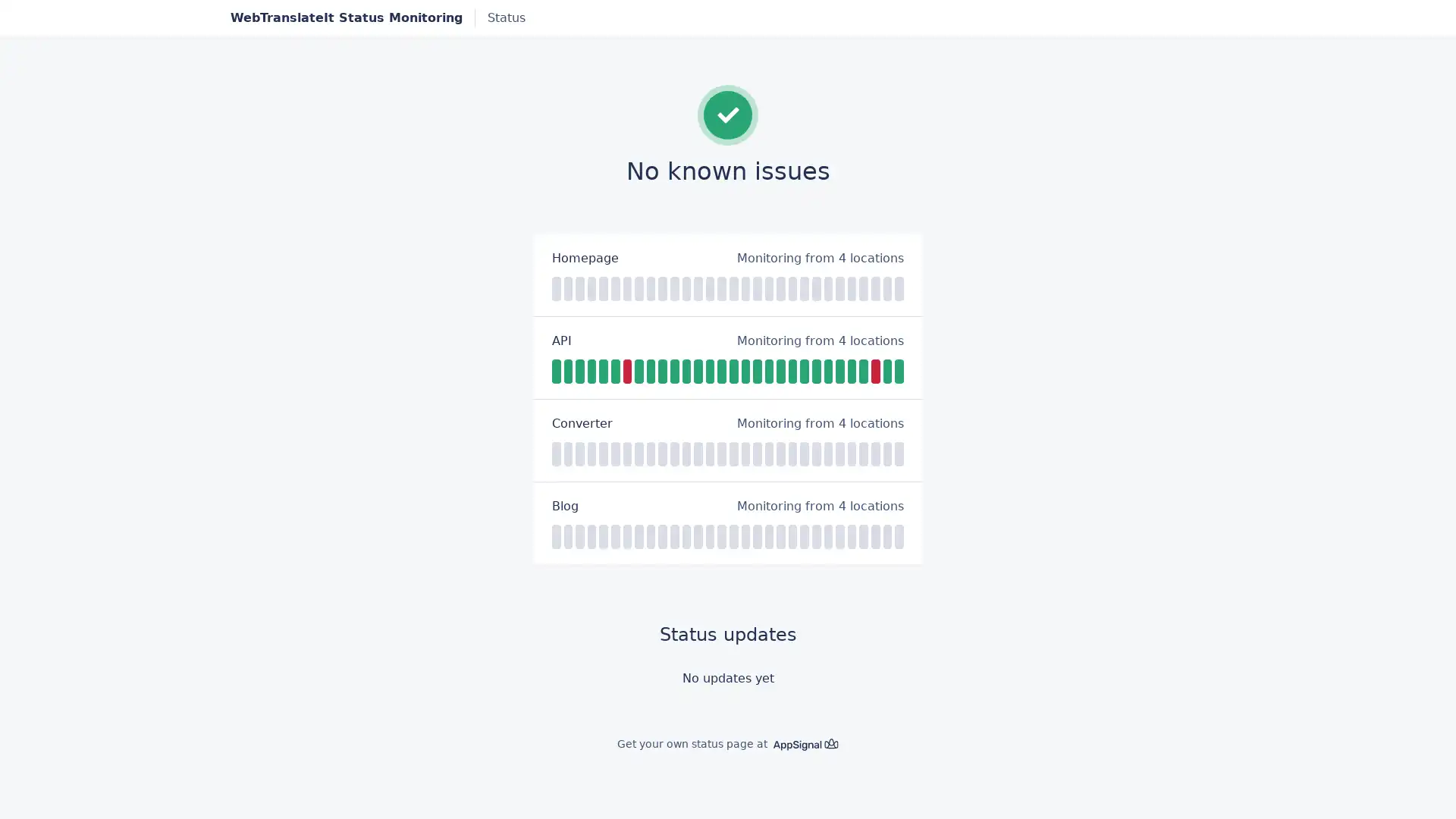  I want to click on Homepage, so click(585, 256).